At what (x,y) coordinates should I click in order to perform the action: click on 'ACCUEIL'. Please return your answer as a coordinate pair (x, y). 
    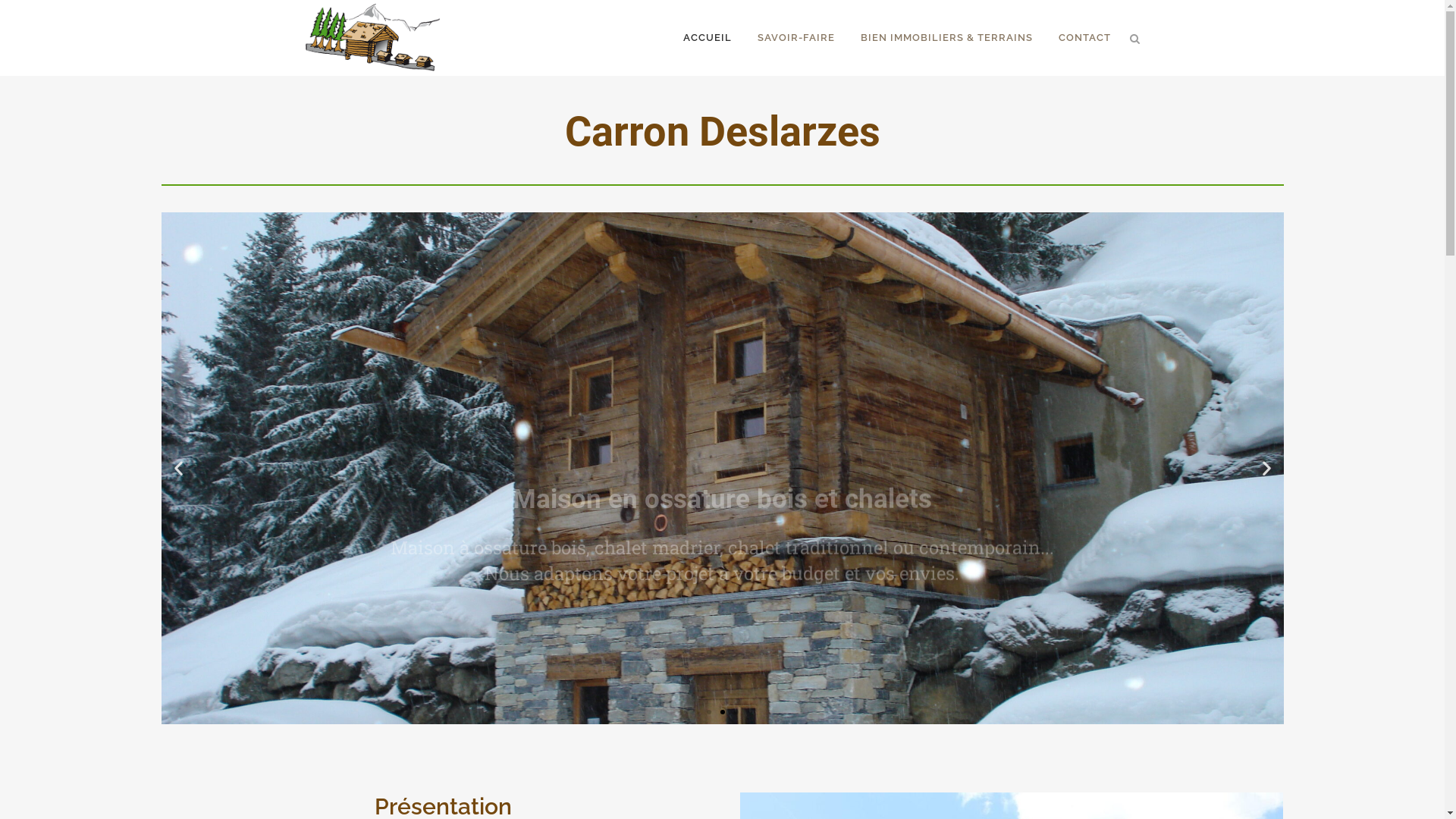
    Looking at the image, I should click on (706, 37).